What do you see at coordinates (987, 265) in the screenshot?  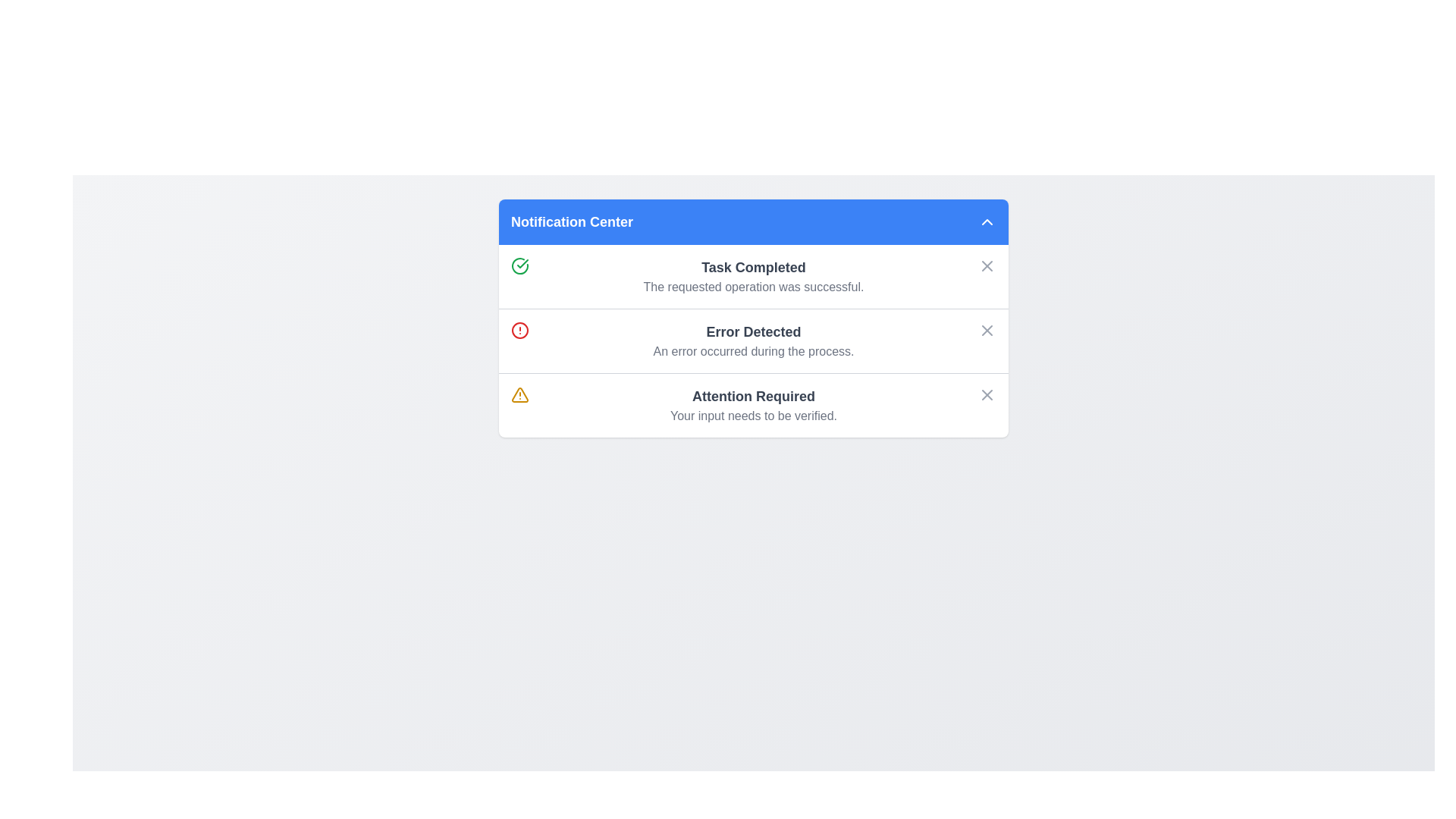 I see `the close icon button located on the far right of the 'Task Completed' notification entry in the Notification Center` at bounding box center [987, 265].